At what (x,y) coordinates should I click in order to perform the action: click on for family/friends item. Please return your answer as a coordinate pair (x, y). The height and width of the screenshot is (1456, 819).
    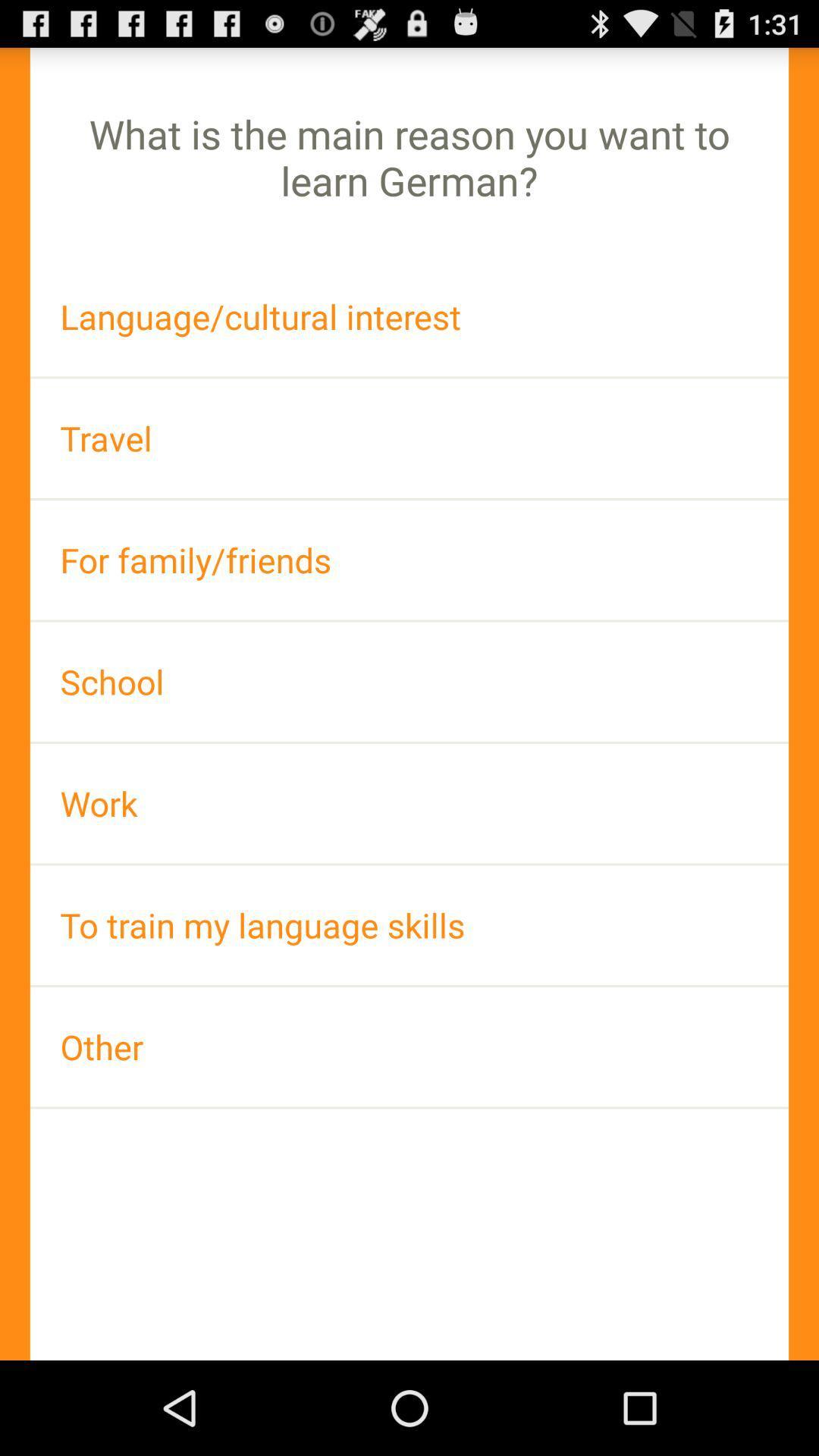
    Looking at the image, I should click on (409, 559).